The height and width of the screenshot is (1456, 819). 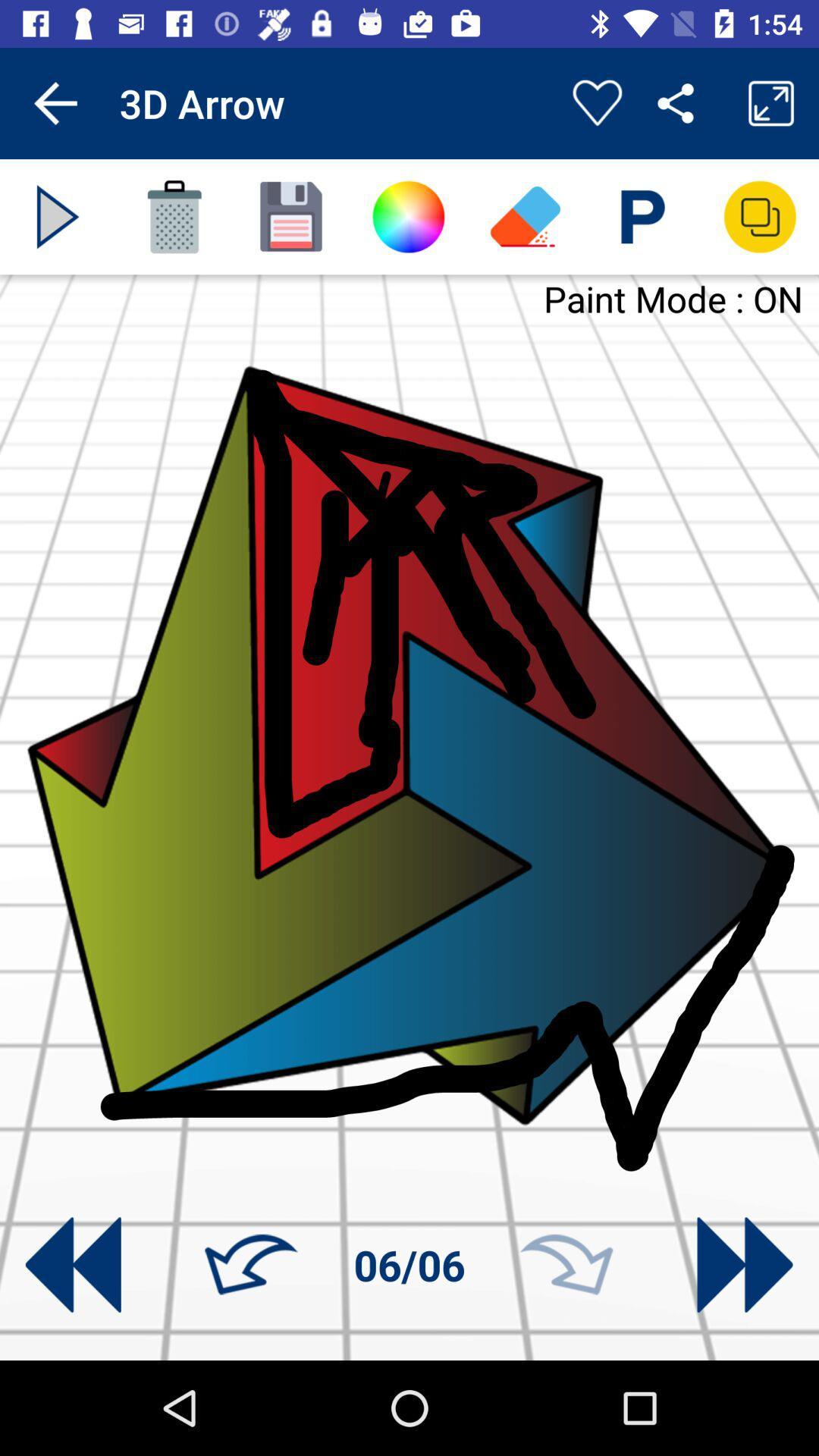 What do you see at coordinates (566, 1265) in the screenshot?
I see `the redo icon` at bounding box center [566, 1265].